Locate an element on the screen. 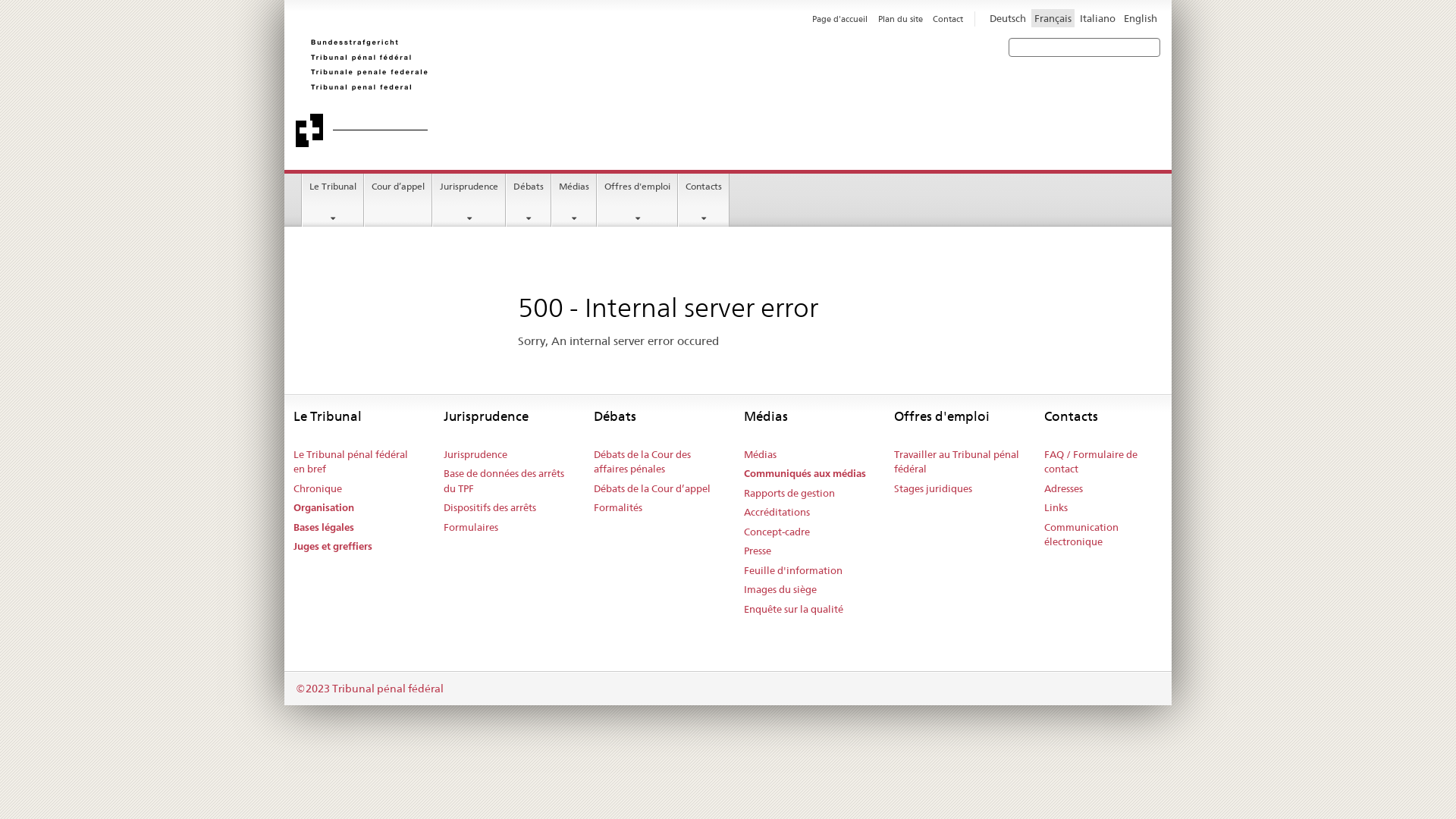 This screenshot has height=819, width=1456. 'Presse' is located at coordinates (757, 551).